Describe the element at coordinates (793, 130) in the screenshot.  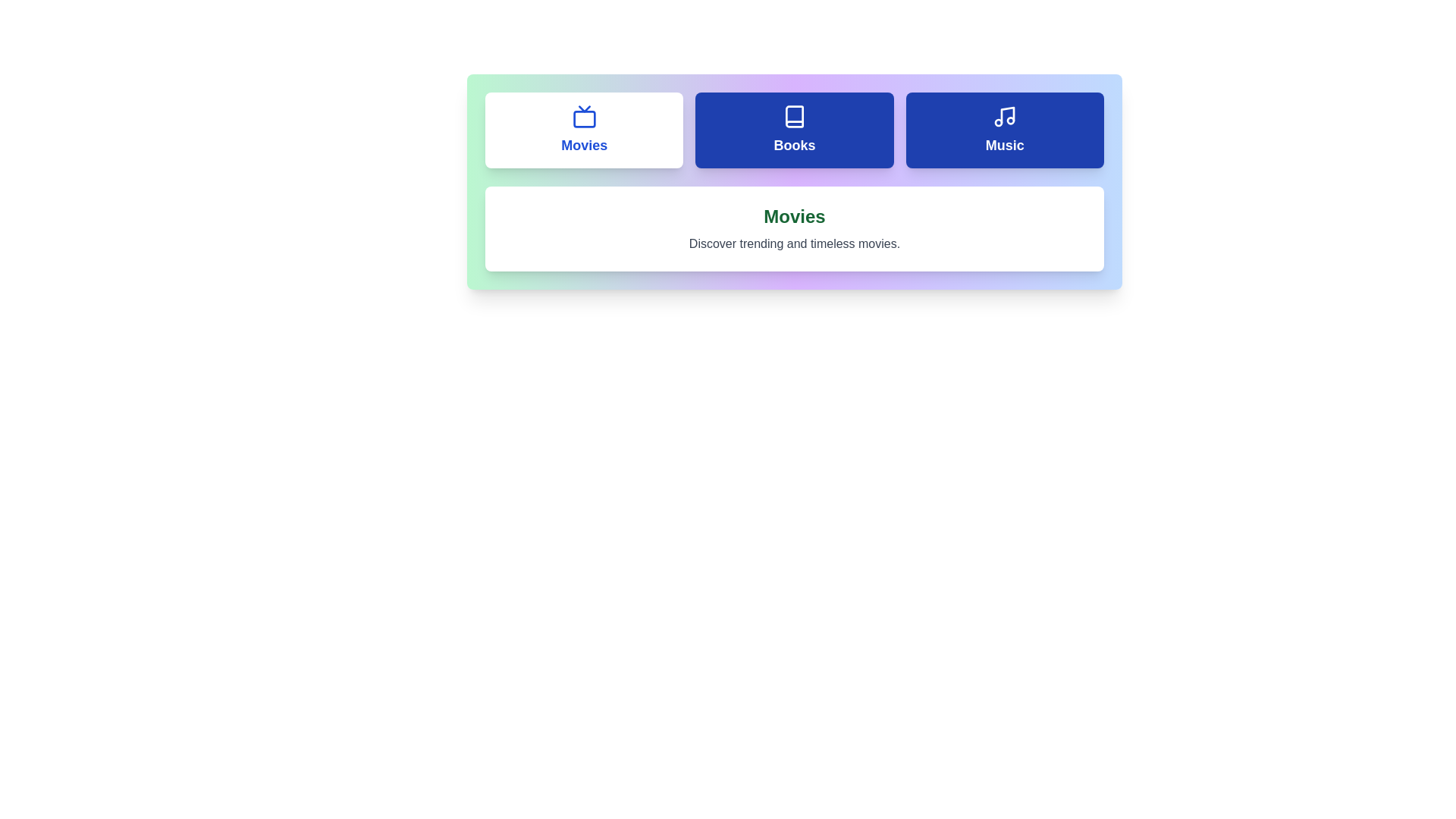
I see `the highlighted 'Books' button, which is the second button in a horizontally arranged set of buttons labeled 'Movies', 'Books', and 'Music'` at that location.